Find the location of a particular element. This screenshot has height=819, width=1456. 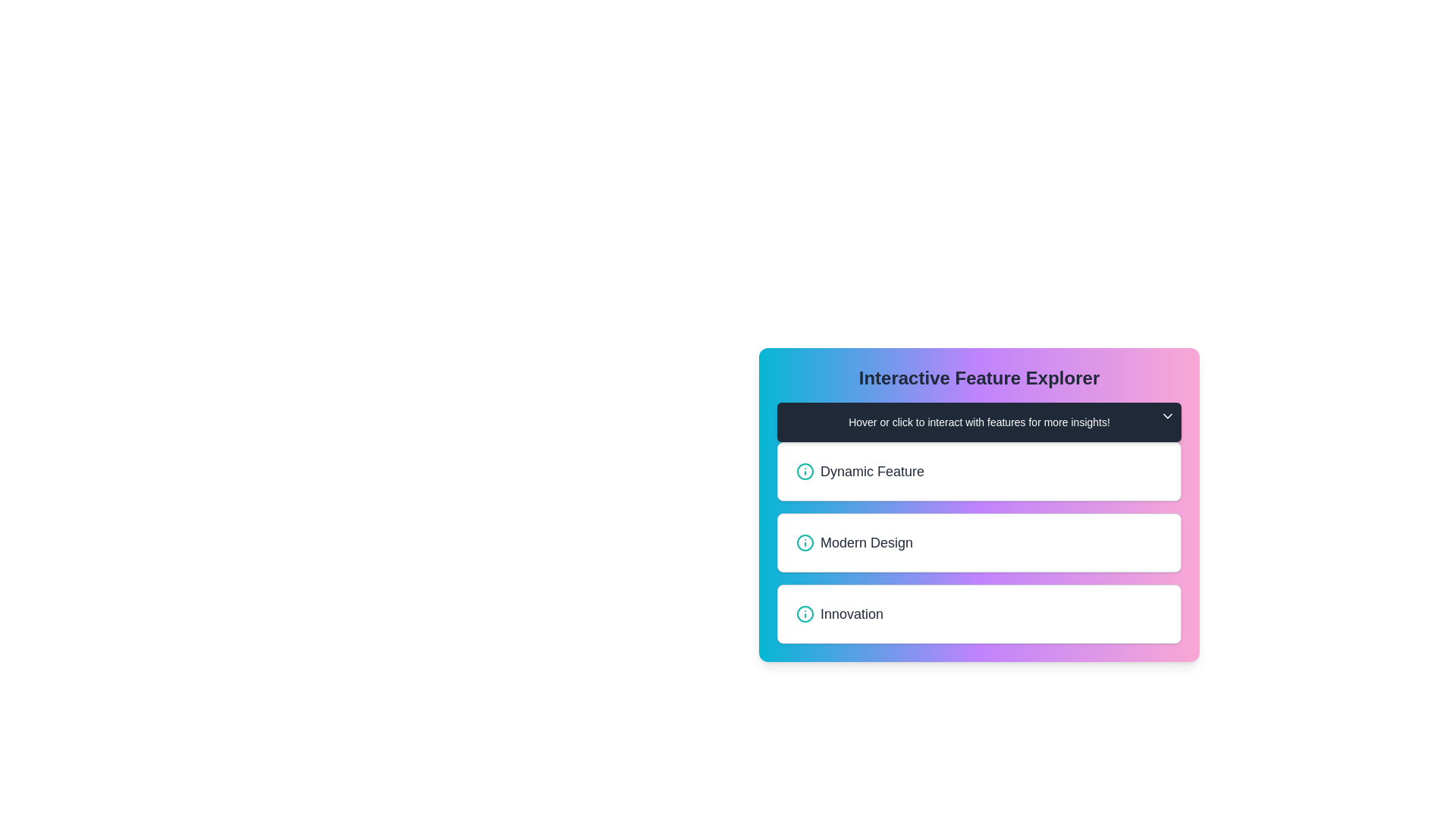

the 'Modern Design' text label, which is the second element in the list, styled in bold gray font, located below 'Dynamic Feature' and above 'Innovation' is located at coordinates (866, 542).